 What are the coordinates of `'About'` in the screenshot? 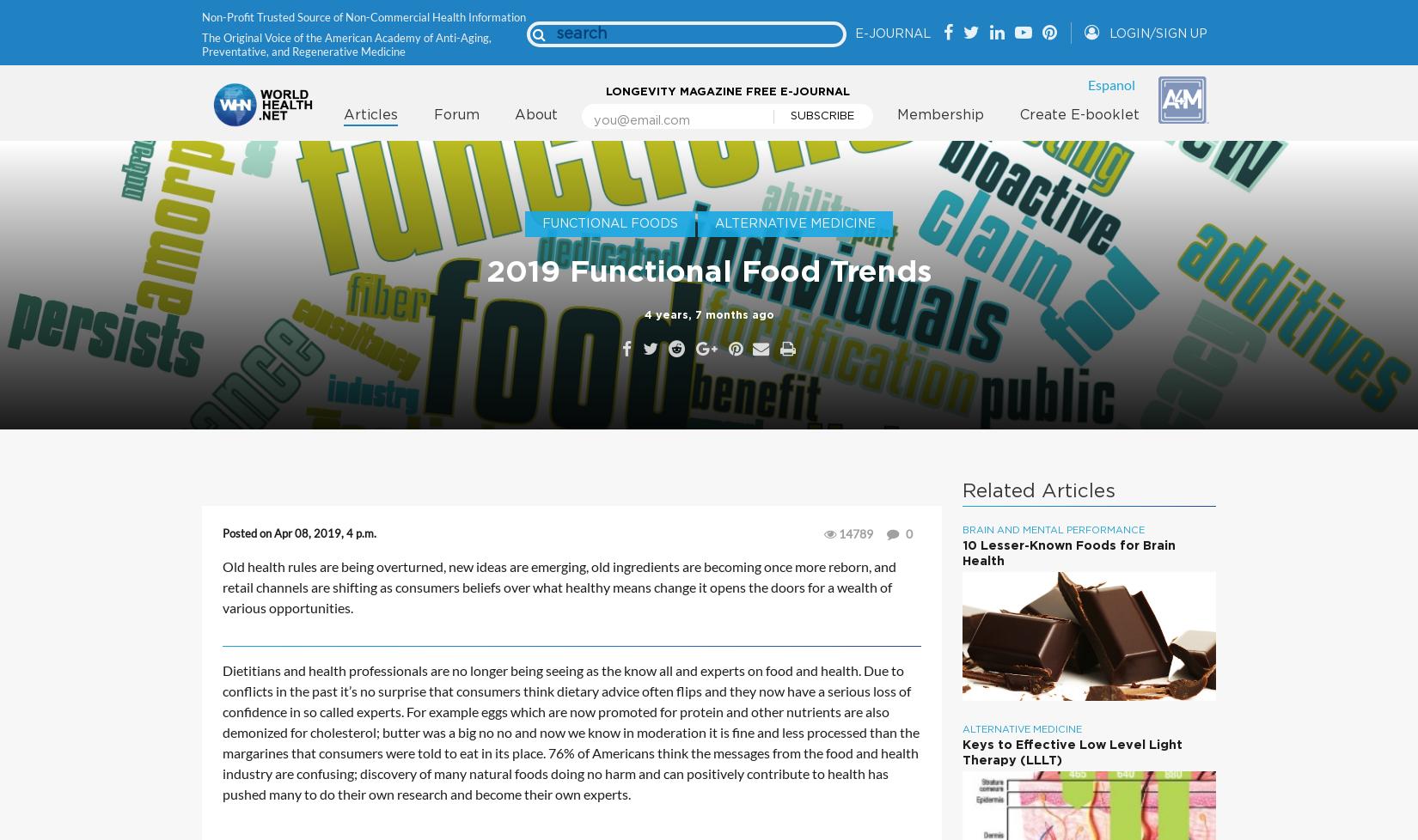 It's located at (535, 114).